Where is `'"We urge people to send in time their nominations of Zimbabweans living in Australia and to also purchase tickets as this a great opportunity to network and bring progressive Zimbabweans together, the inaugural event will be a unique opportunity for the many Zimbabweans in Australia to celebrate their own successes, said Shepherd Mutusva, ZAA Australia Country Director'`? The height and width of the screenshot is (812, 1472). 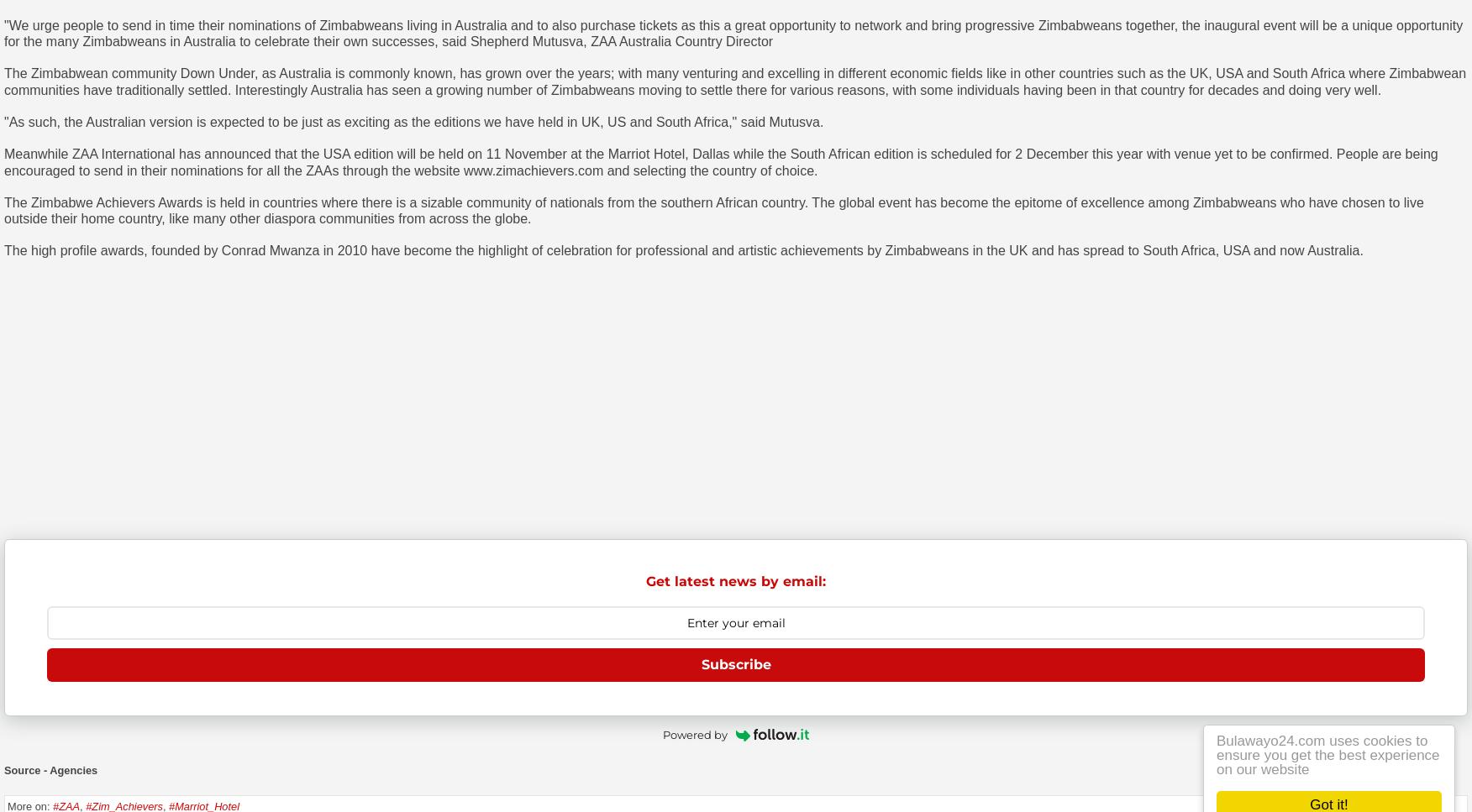
'"We urge people to send in time their nominations of Zimbabweans living in Australia and to also purchase tickets as this a great opportunity to network and bring progressive Zimbabweans together, the inaugural event will be a unique opportunity for the many Zimbabweans in Australia to celebrate their own successes, said Shepherd Mutusva, ZAA Australia Country Director' is located at coordinates (733, 32).